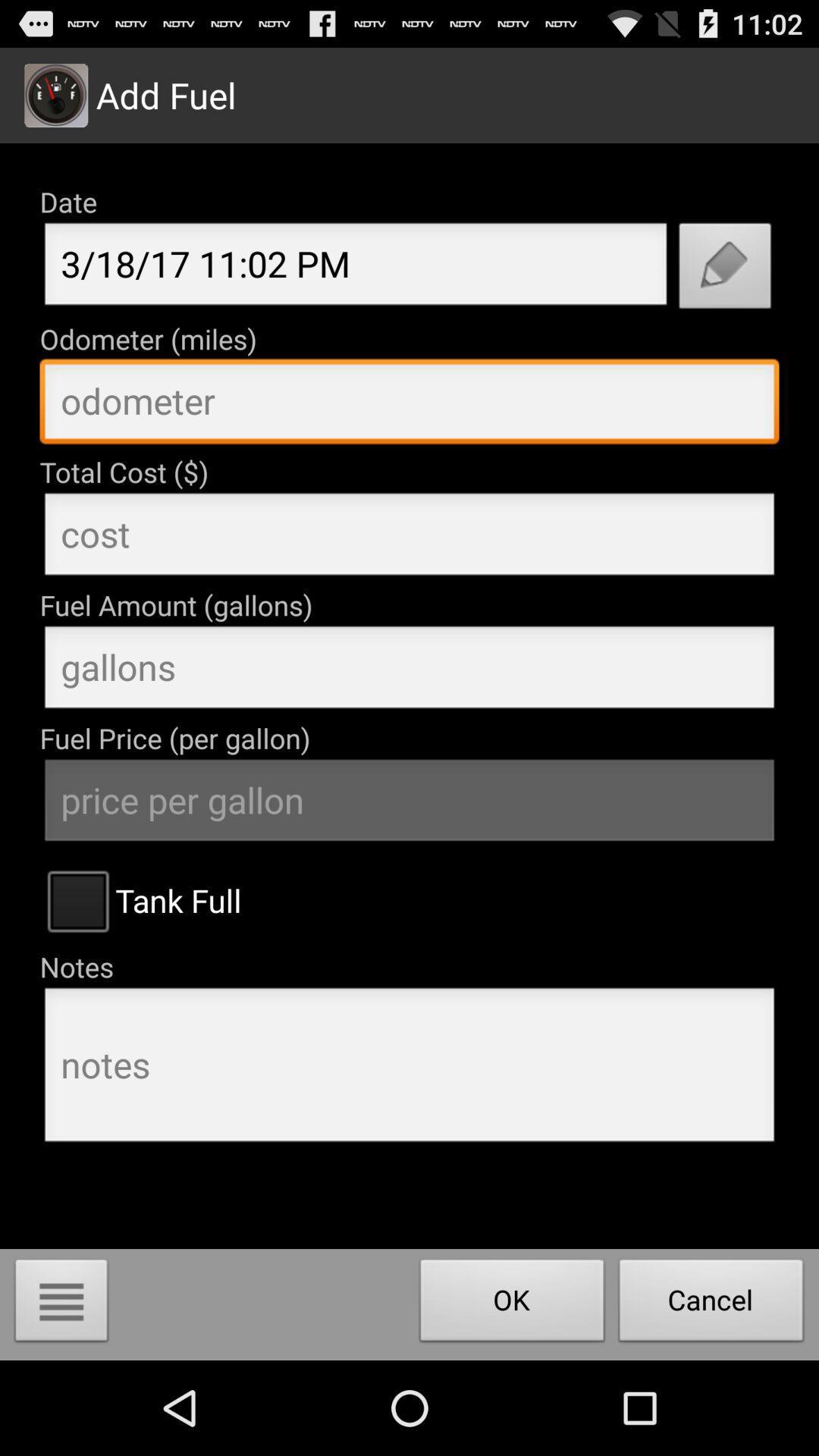 The width and height of the screenshot is (819, 1456). What do you see at coordinates (409, 405) in the screenshot?
I see `odometer text field` at bounding box center [409, 405].